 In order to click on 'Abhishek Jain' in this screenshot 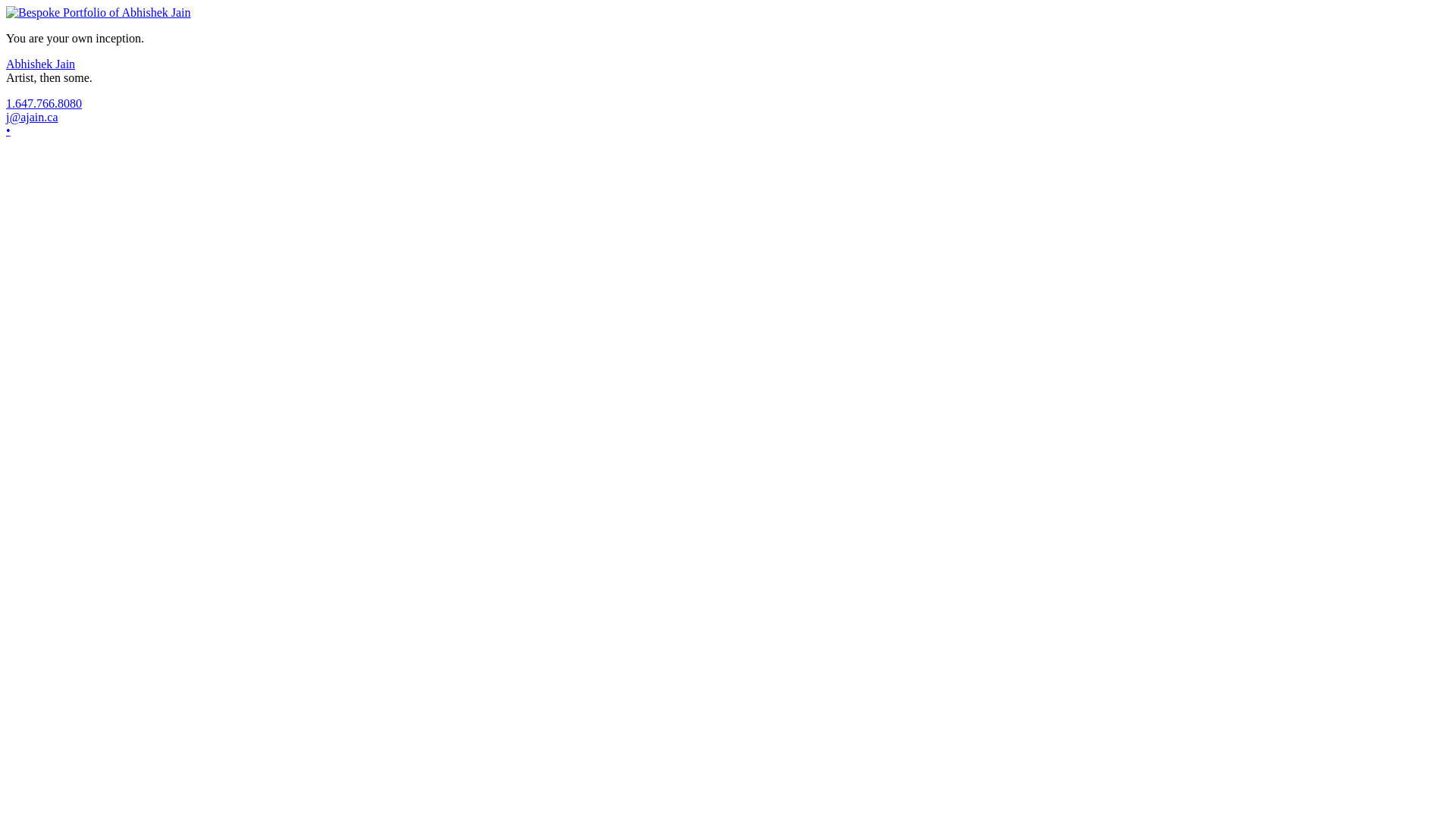, I will do `click(40, 63)`.